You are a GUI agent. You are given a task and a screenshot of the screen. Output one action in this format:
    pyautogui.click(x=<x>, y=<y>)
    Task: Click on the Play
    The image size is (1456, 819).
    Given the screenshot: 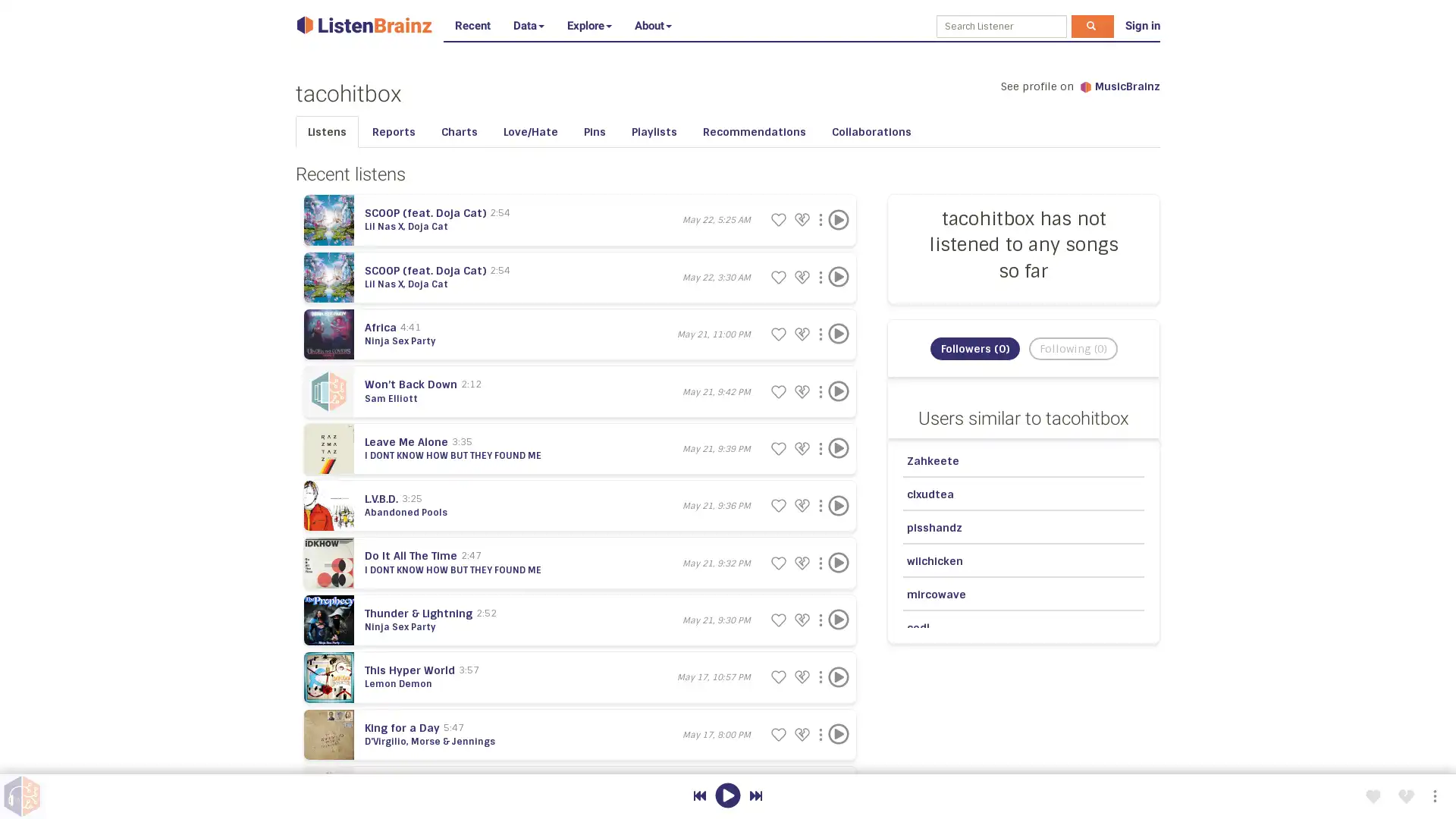 What is the action you would take?
    pyautogui.click(x=837, y=733)
    